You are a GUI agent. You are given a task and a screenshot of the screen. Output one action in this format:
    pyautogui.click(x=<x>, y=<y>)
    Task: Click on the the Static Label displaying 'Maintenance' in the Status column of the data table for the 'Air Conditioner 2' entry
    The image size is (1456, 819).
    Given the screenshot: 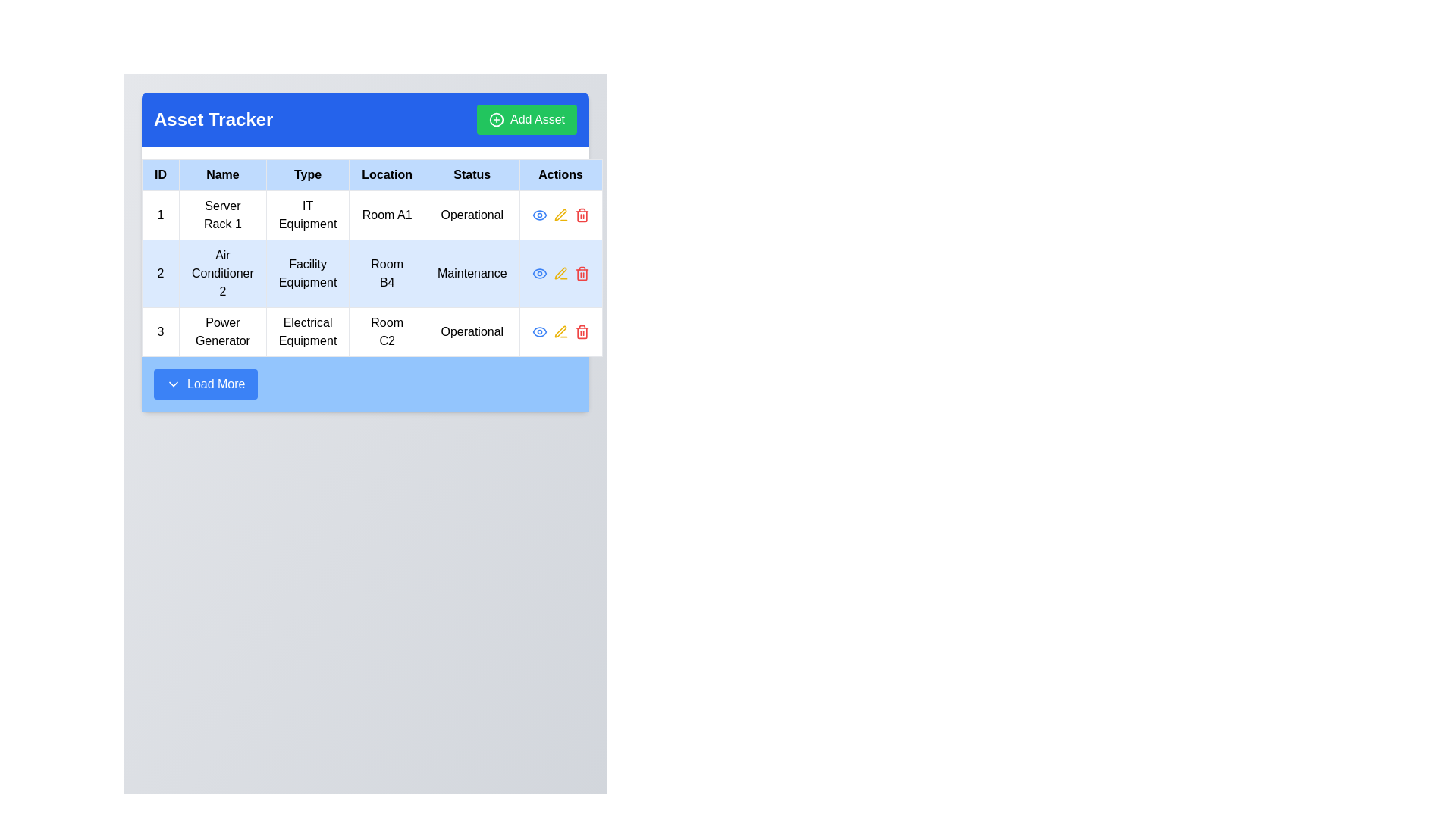 What is the action you would take?
    pyautogui.click(x=471, y=274)
    